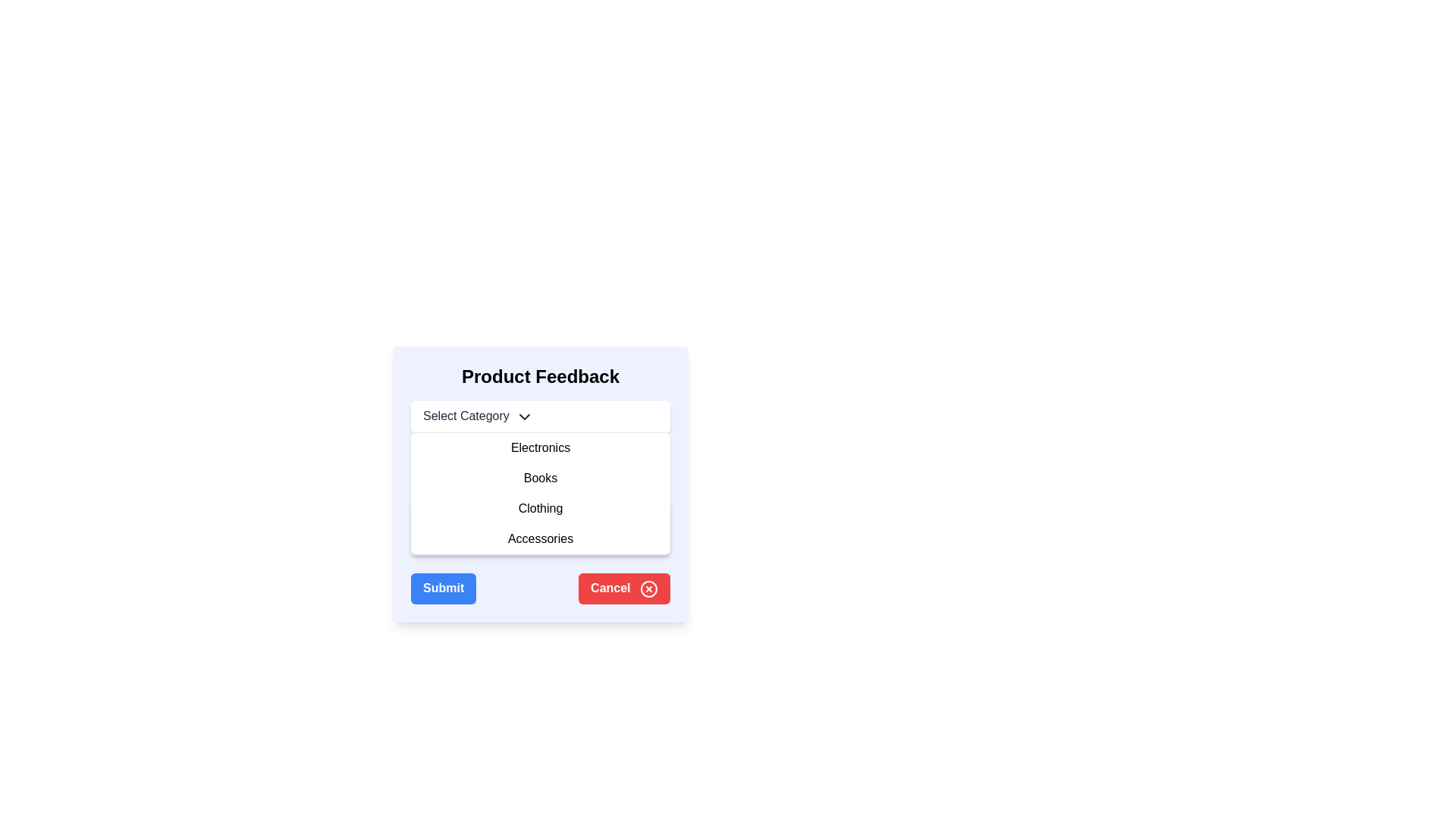 Image resolution: width=1456 pixels, height=819 pixels. I want to click on the 'Books' option in the dropdown menu, so click(541, 476).